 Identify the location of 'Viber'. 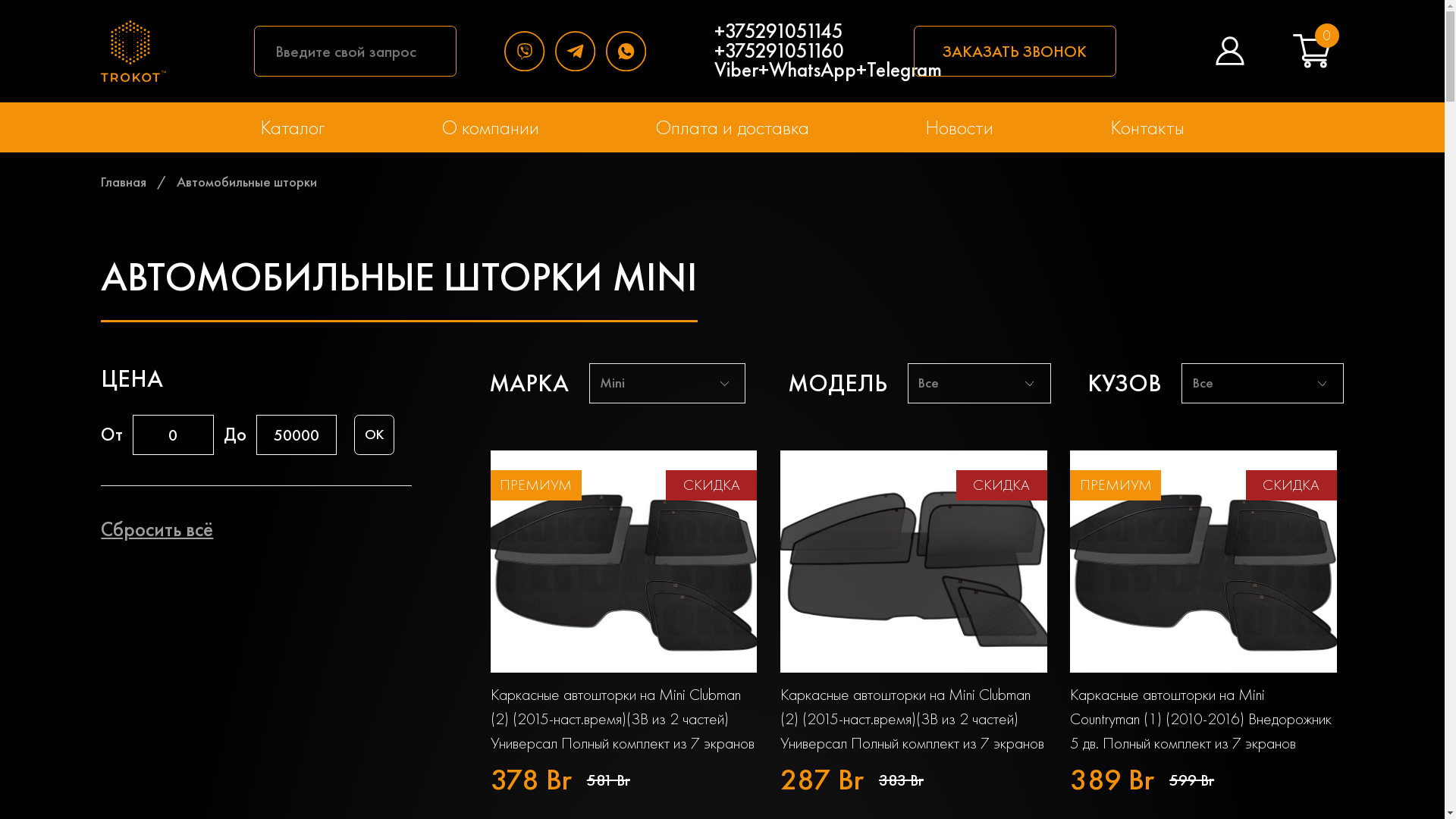
(529, 50).